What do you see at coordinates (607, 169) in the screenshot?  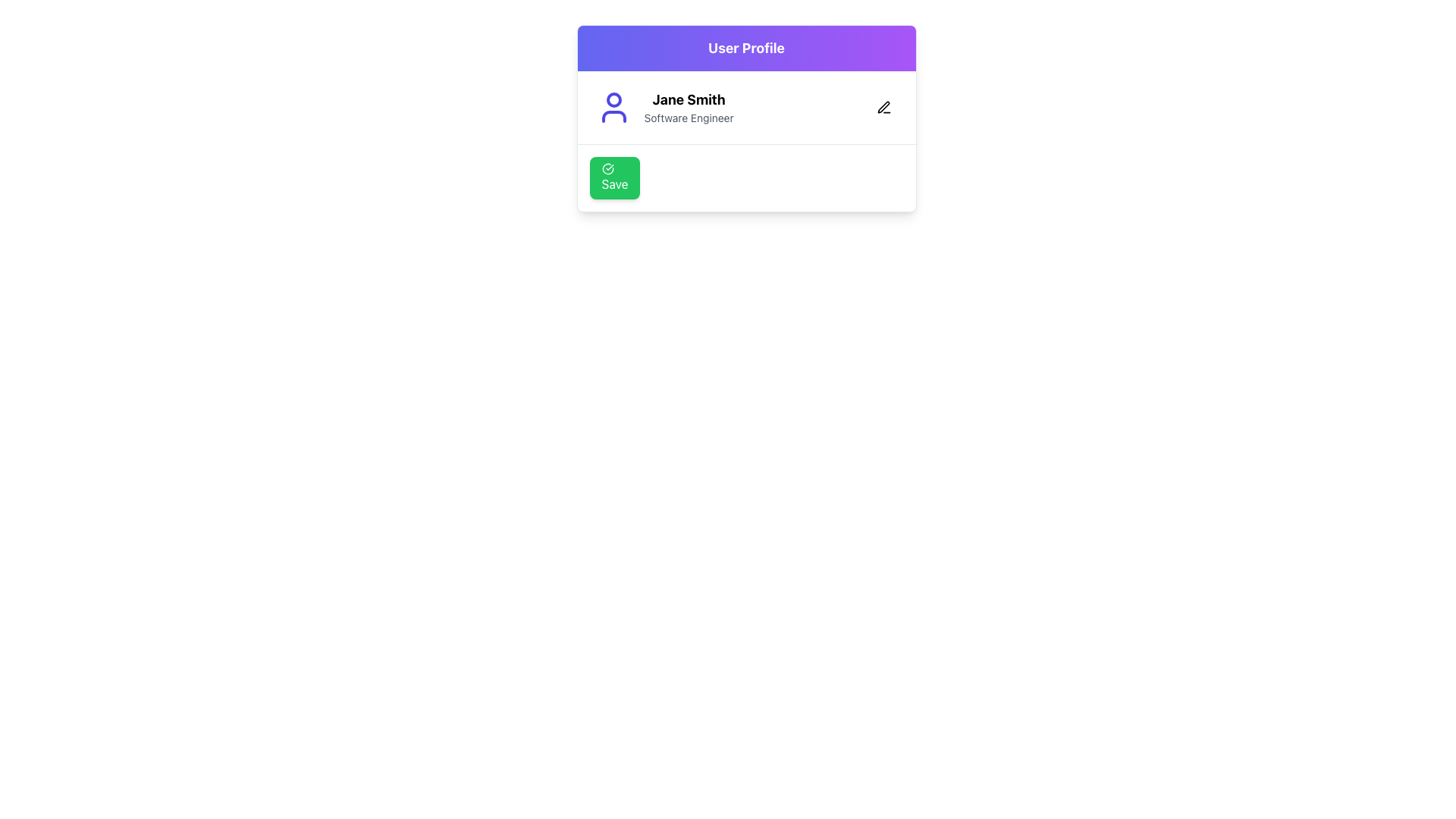 I see `the circular icon with a checkmark inside, which is located to the left of the 'Save' text in the green rectangular button` at bounding box center [607, 169].